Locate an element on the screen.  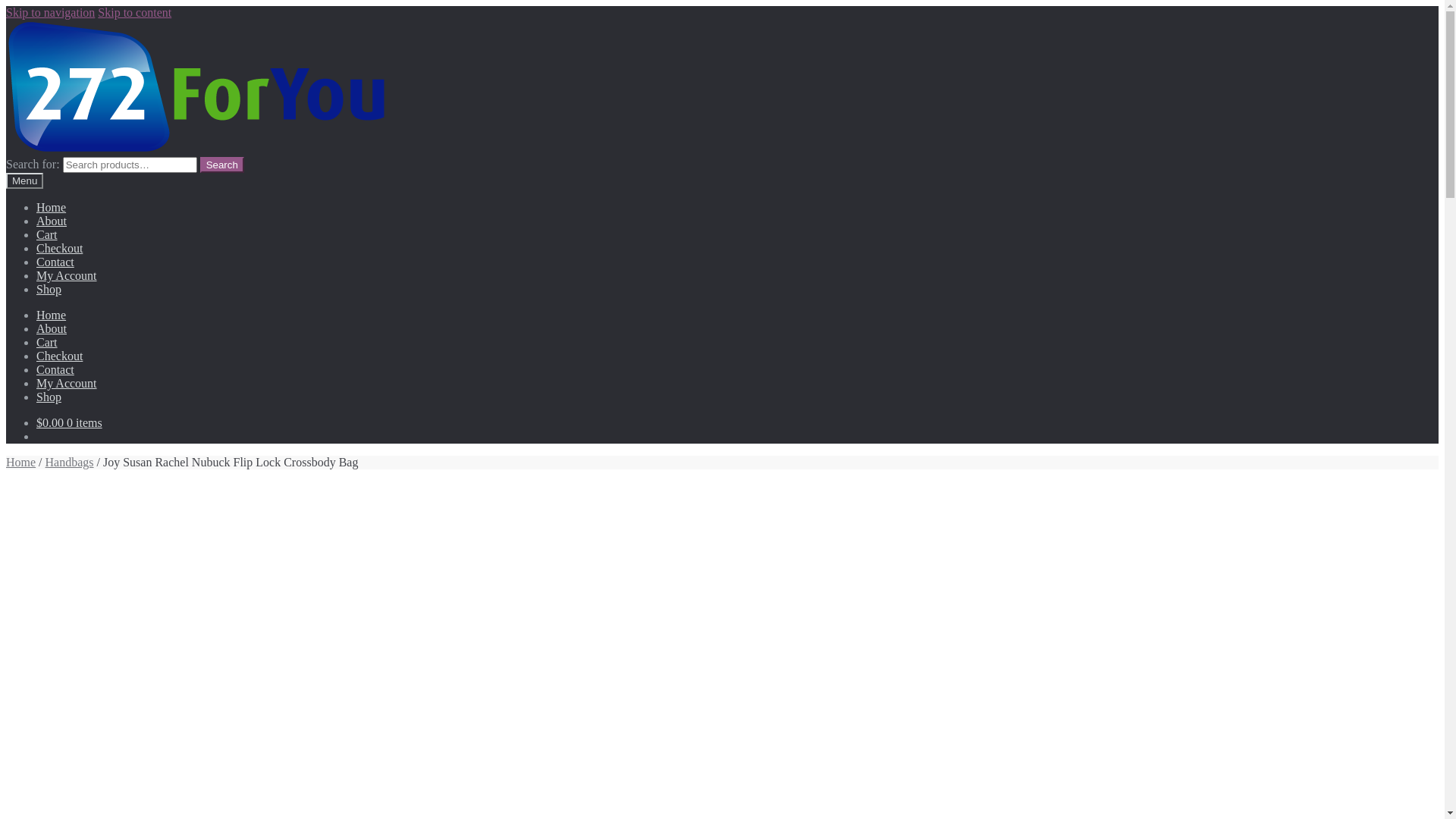
'Cart' is located at coordinates (47, 234).